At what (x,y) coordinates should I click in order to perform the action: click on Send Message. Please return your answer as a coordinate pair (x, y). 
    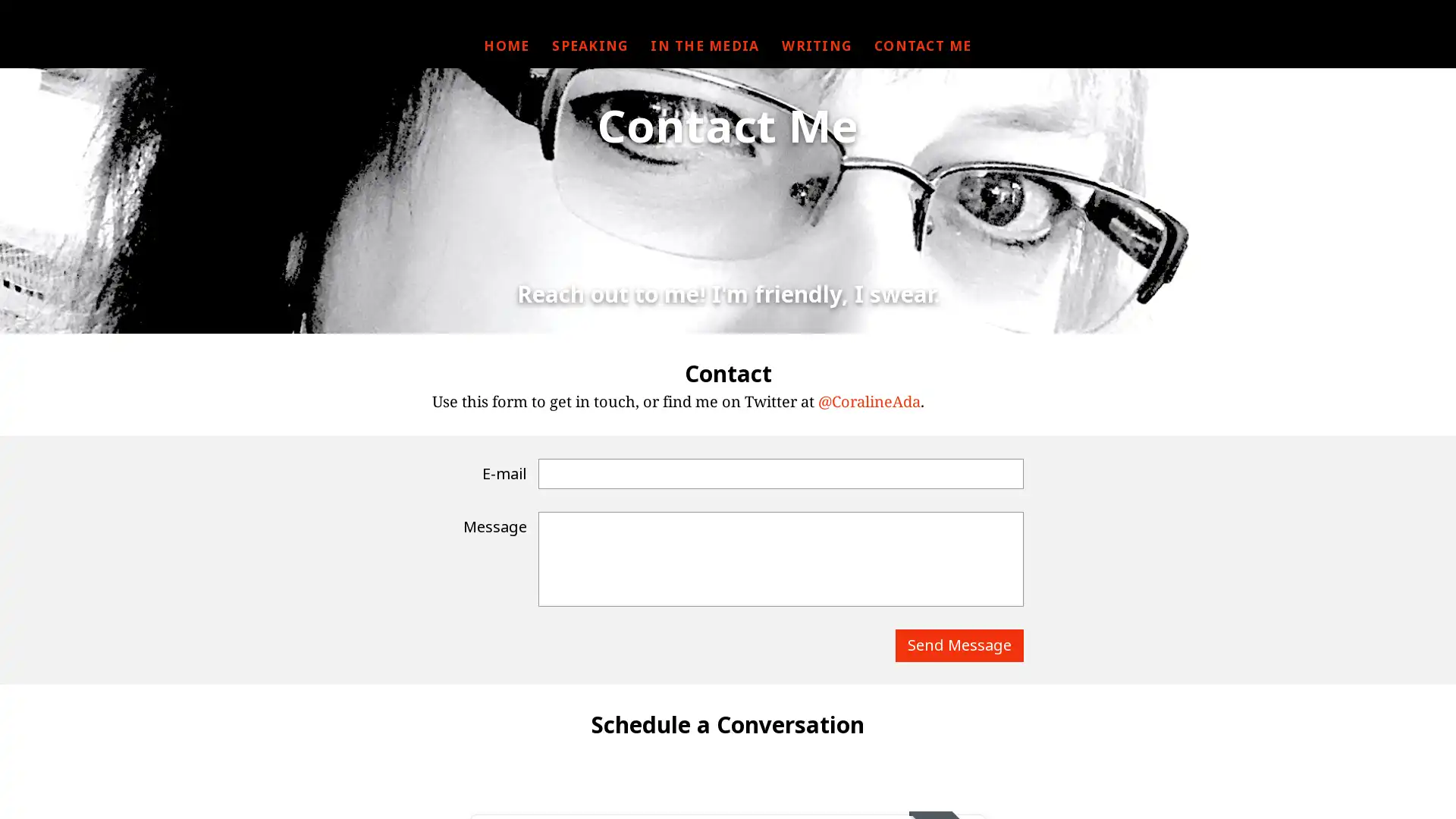
    Looking at the image, I should click on (959, 645).